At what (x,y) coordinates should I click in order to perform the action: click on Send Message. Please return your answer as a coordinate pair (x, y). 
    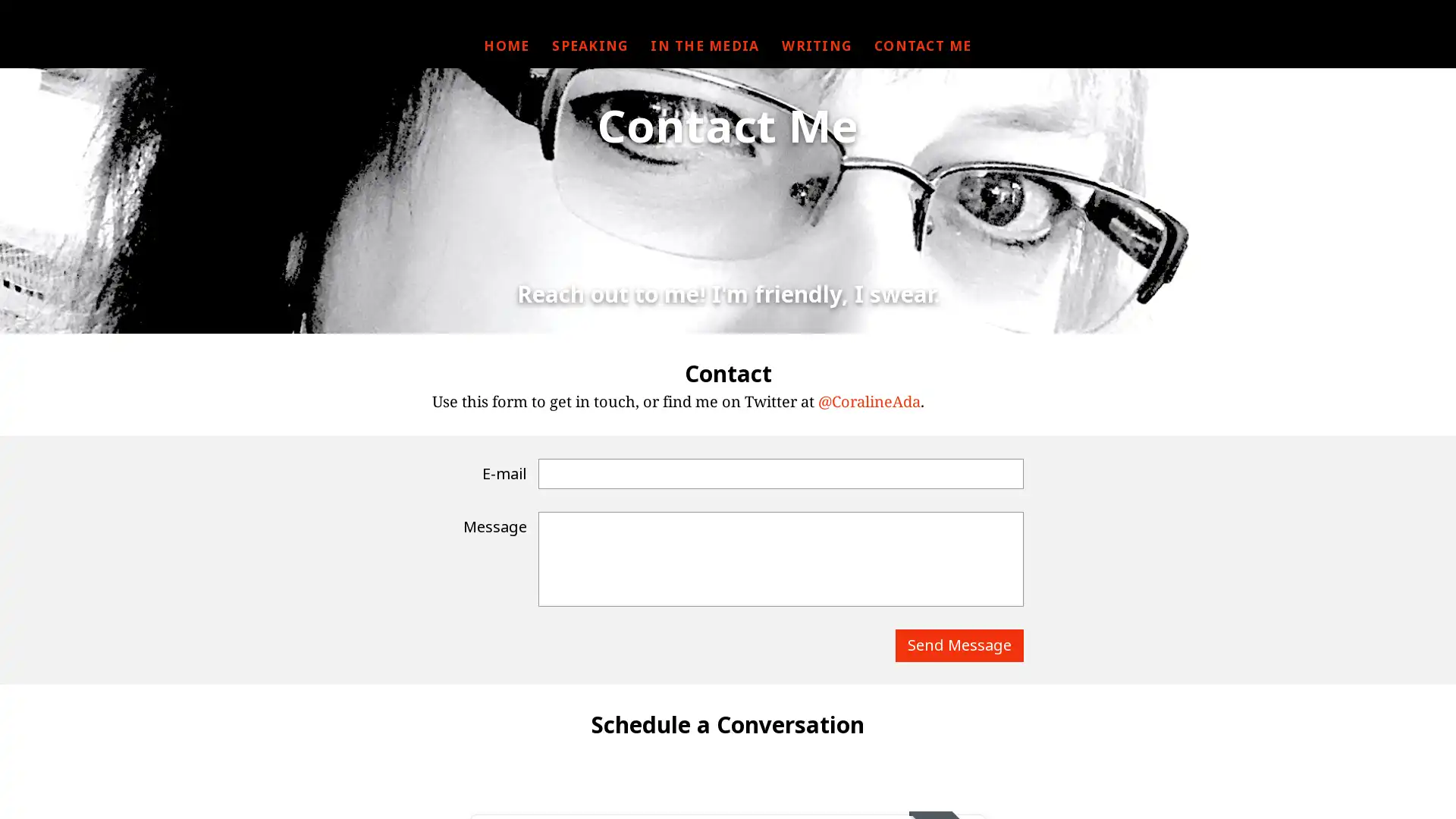
    Looking at the image, I should click on (959, 645).